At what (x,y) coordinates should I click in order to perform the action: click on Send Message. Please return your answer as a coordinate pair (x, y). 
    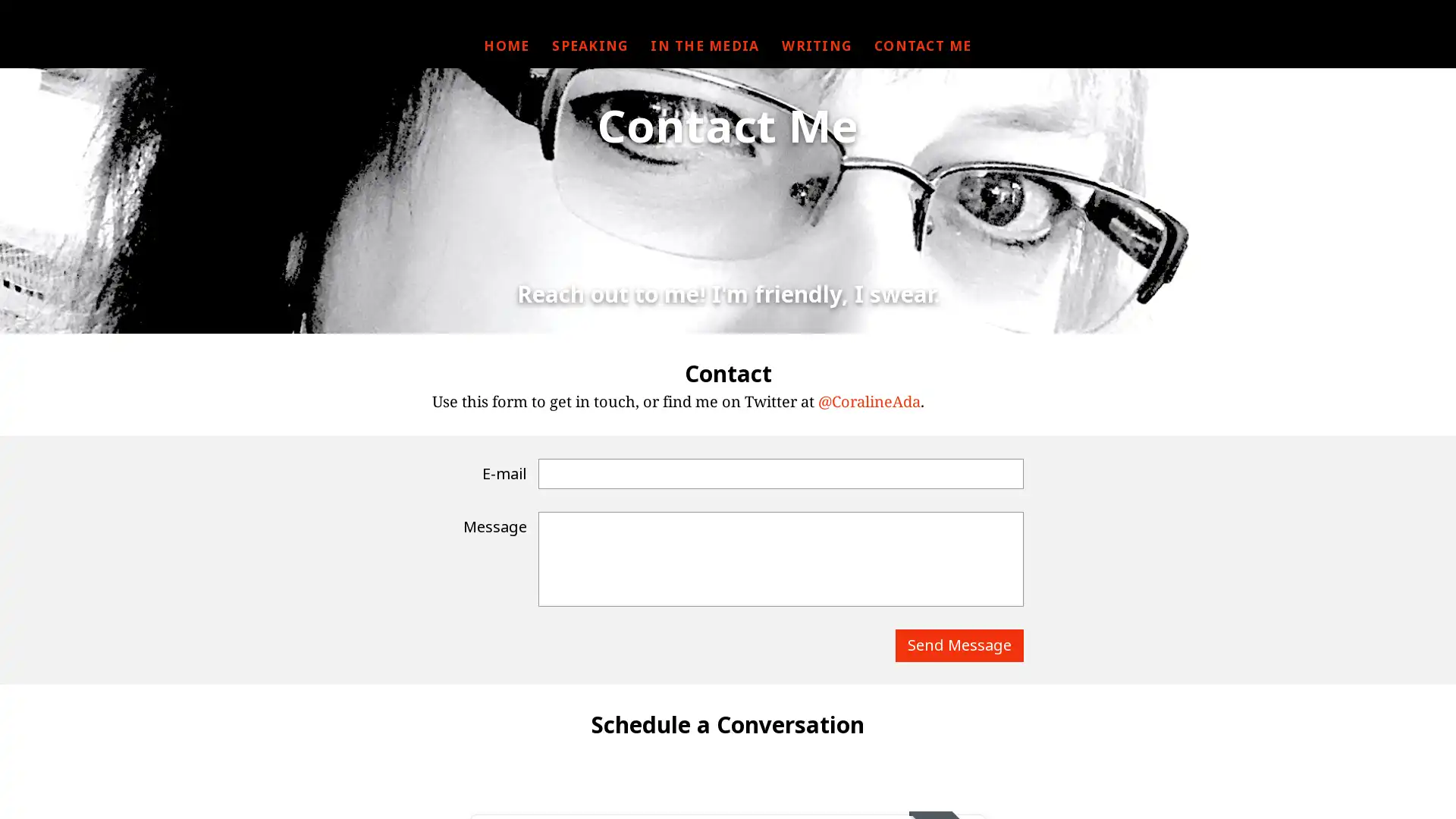
    Looking at the image, I should click on (959, 645).